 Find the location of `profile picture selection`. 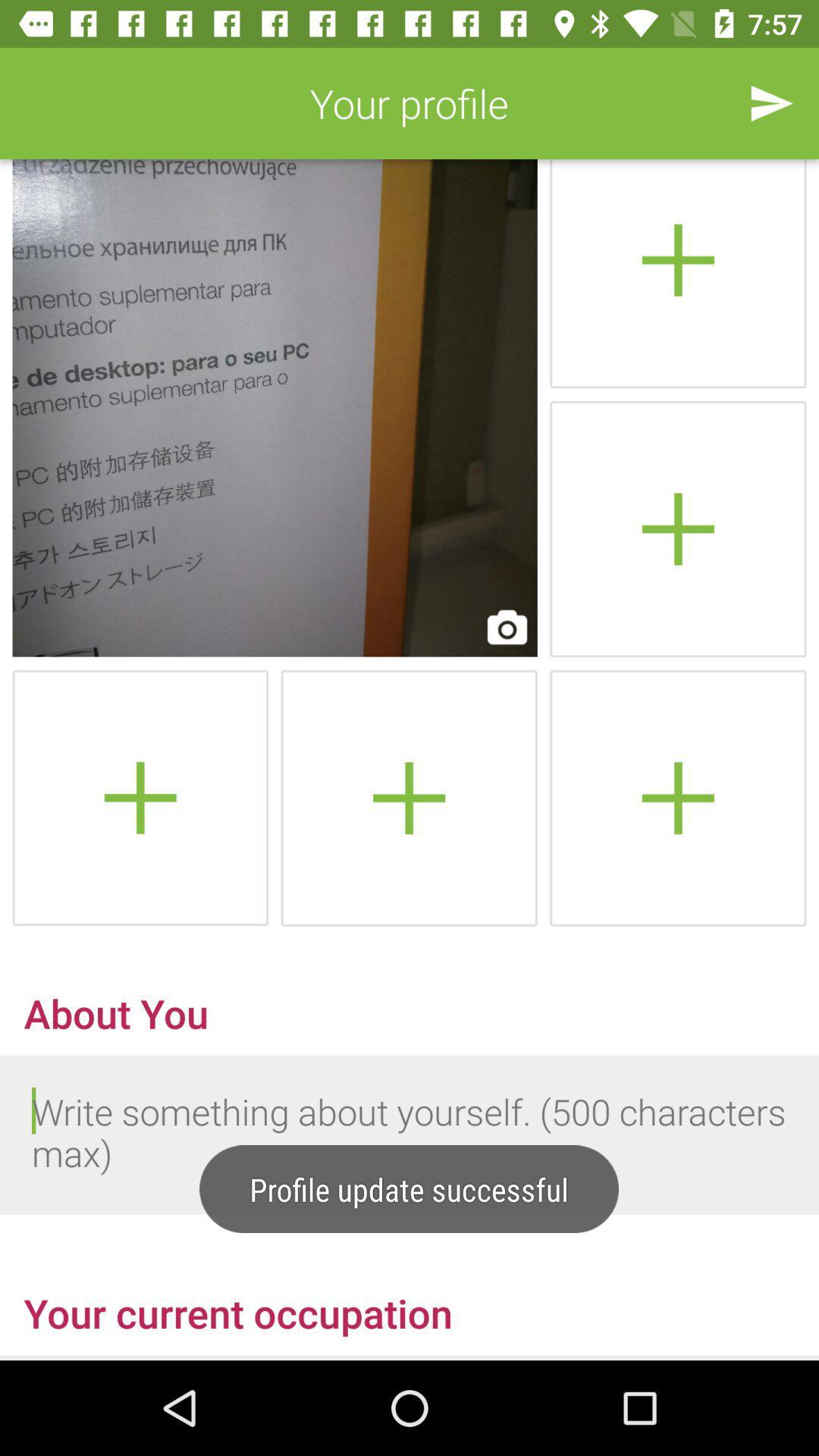

profile picture selection is located at coordinates (275, 408).